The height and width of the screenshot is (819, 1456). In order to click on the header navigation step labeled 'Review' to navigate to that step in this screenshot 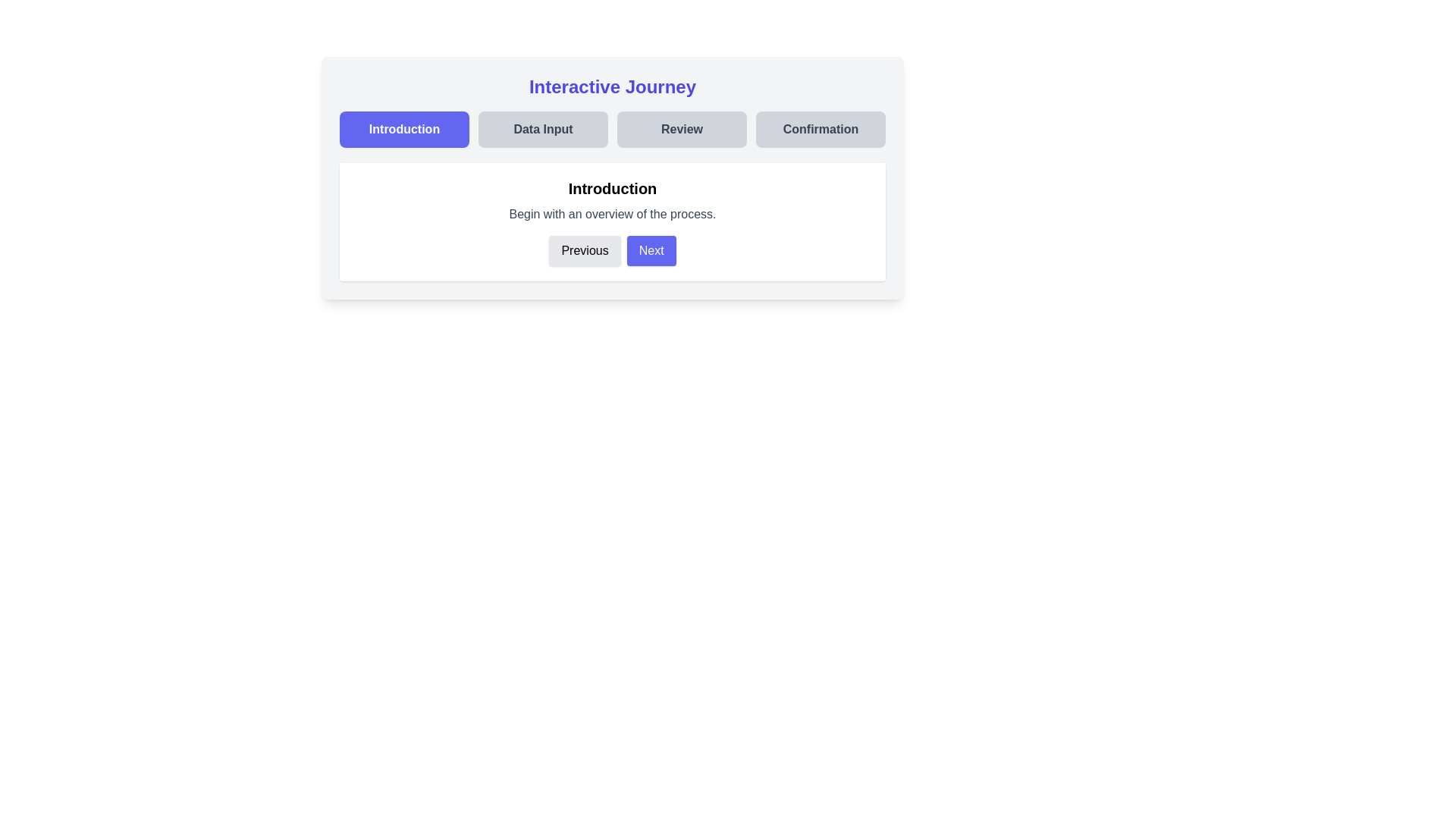, I will do `click(681, 128)`.